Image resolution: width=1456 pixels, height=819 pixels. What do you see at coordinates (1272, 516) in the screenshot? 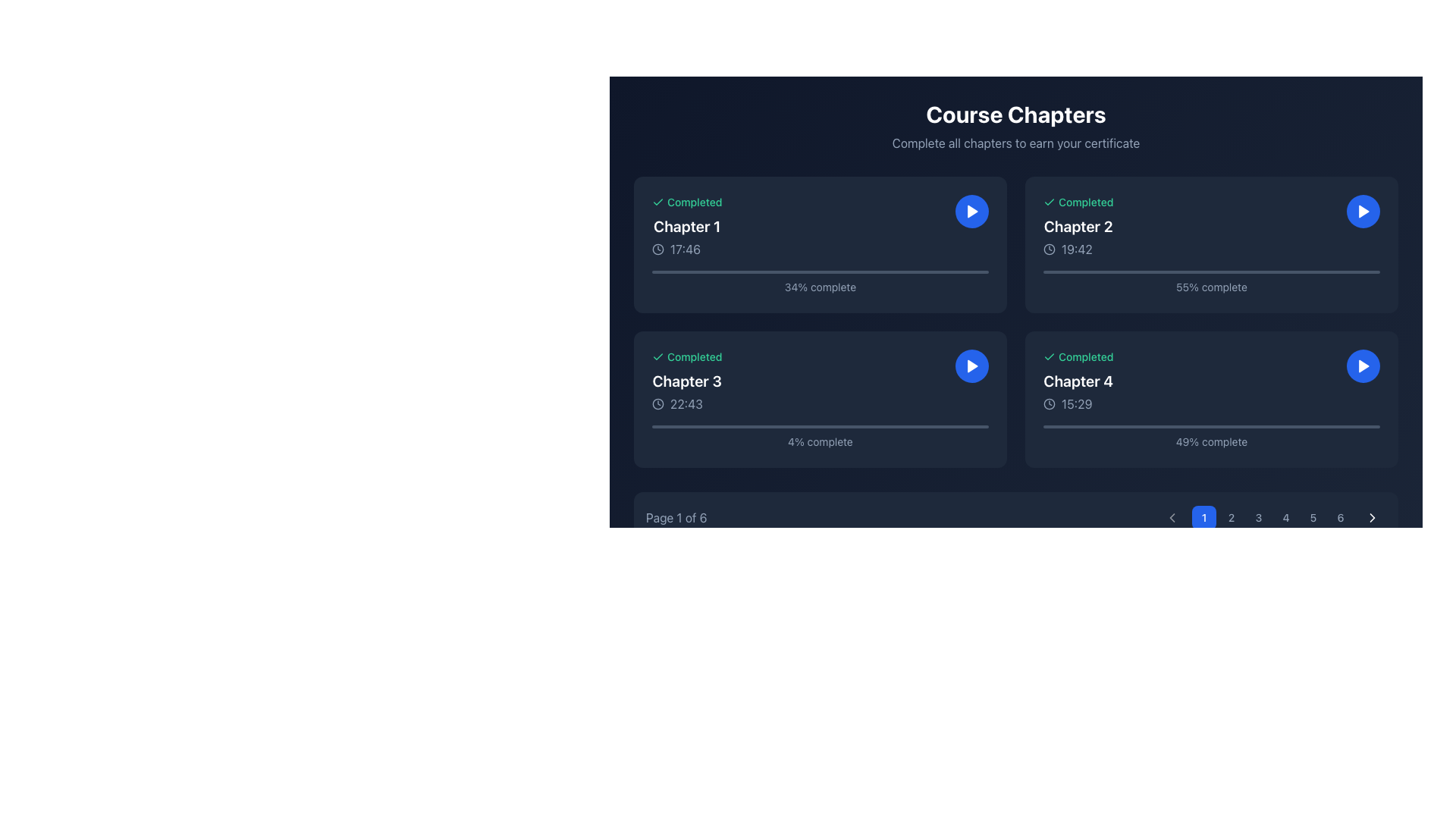
I see `the fourth circular button` at bounding box center [1272, 516].